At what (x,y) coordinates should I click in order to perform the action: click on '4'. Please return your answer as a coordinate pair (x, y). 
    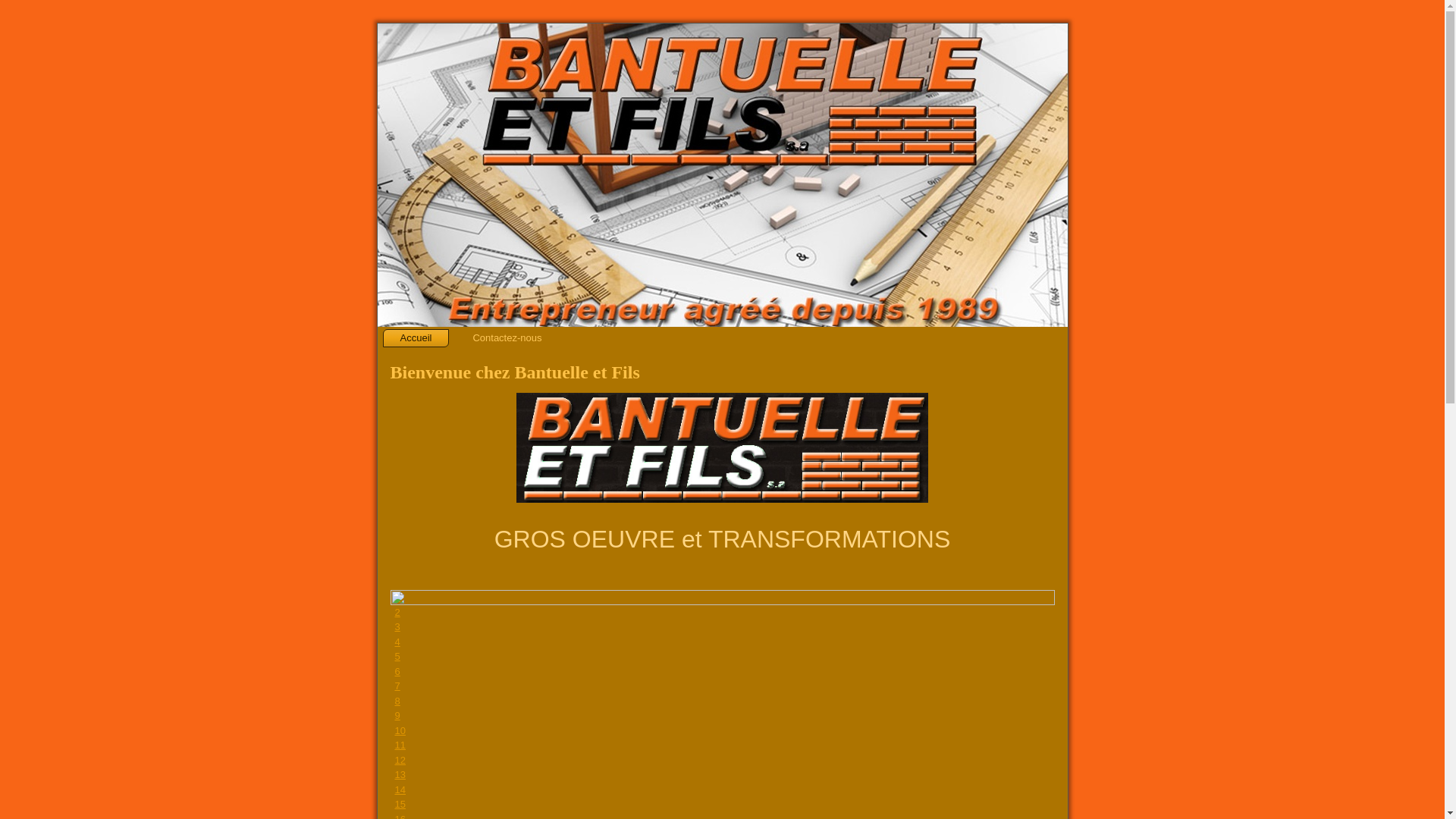
    Looking at the image, I should click on (397, 641).